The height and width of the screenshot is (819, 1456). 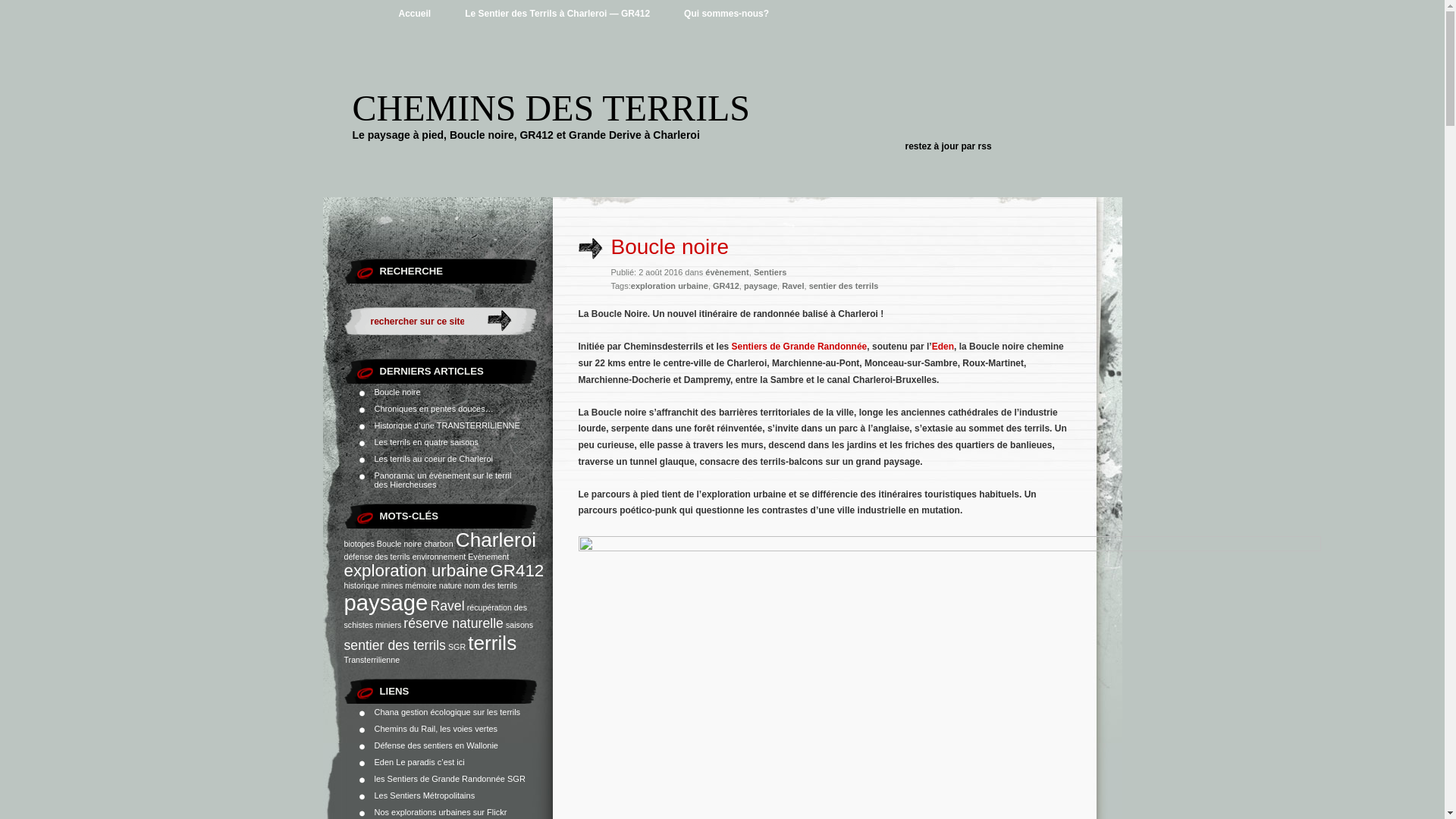 I want to click on 'Les terrils en quatre saisons', so click(x=425, y=441).